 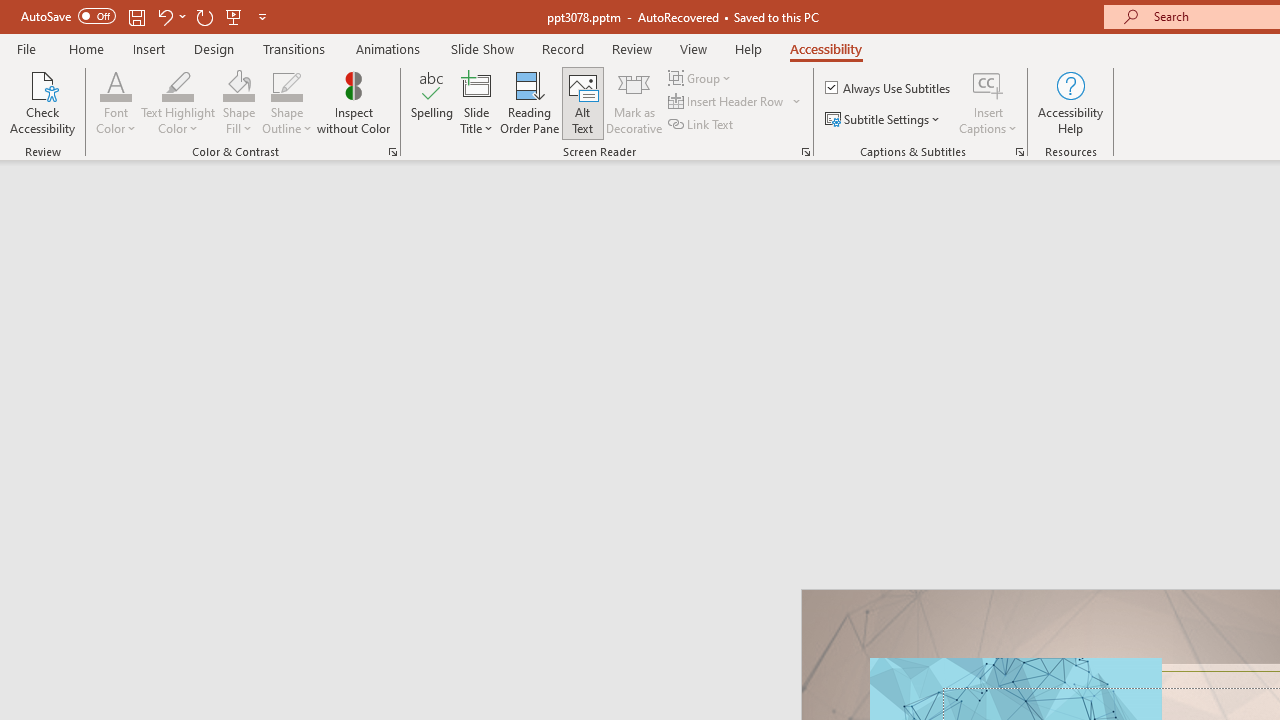 I want to click on 'Insert Header Row', so click(x=726, y=101).